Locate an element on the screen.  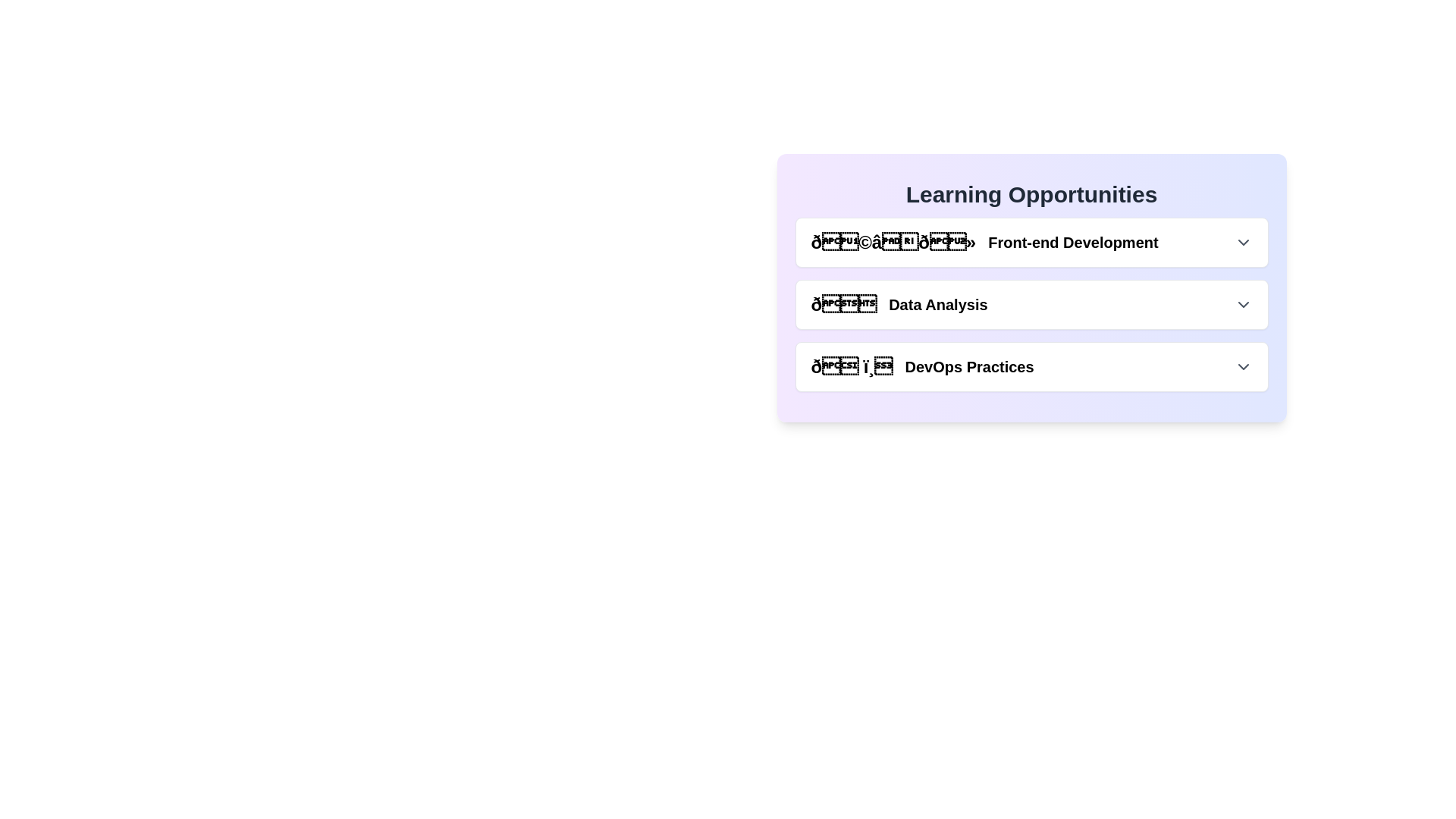
the 'Data Analysis' text label is located at coordinates (937, 304).